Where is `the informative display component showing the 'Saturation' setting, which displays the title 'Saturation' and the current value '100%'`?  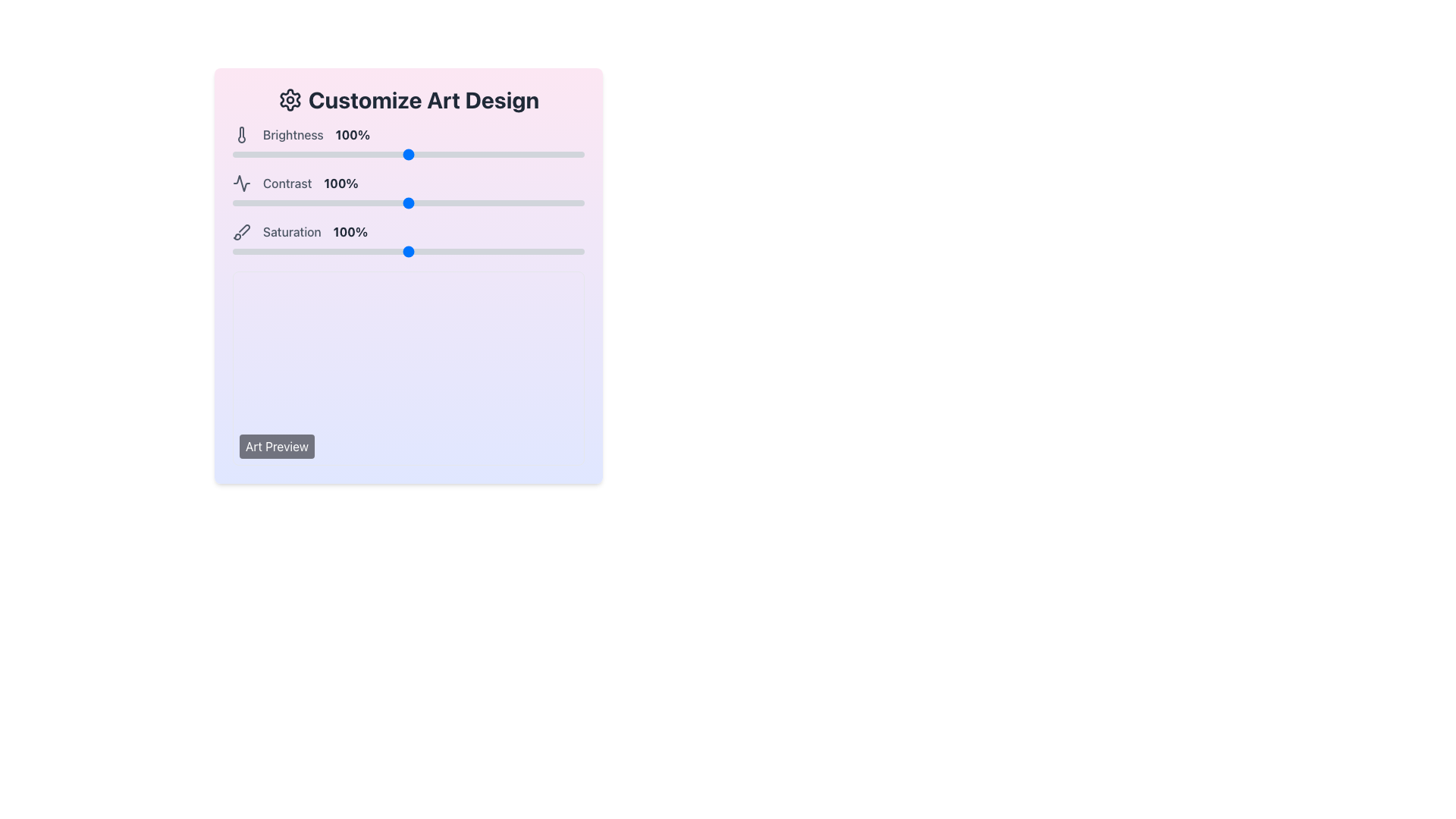
the informative display component showing the 'Saturation' setting, which displays the title 'Saturation' and the current value '100%' is located at coordinates (408, 231).